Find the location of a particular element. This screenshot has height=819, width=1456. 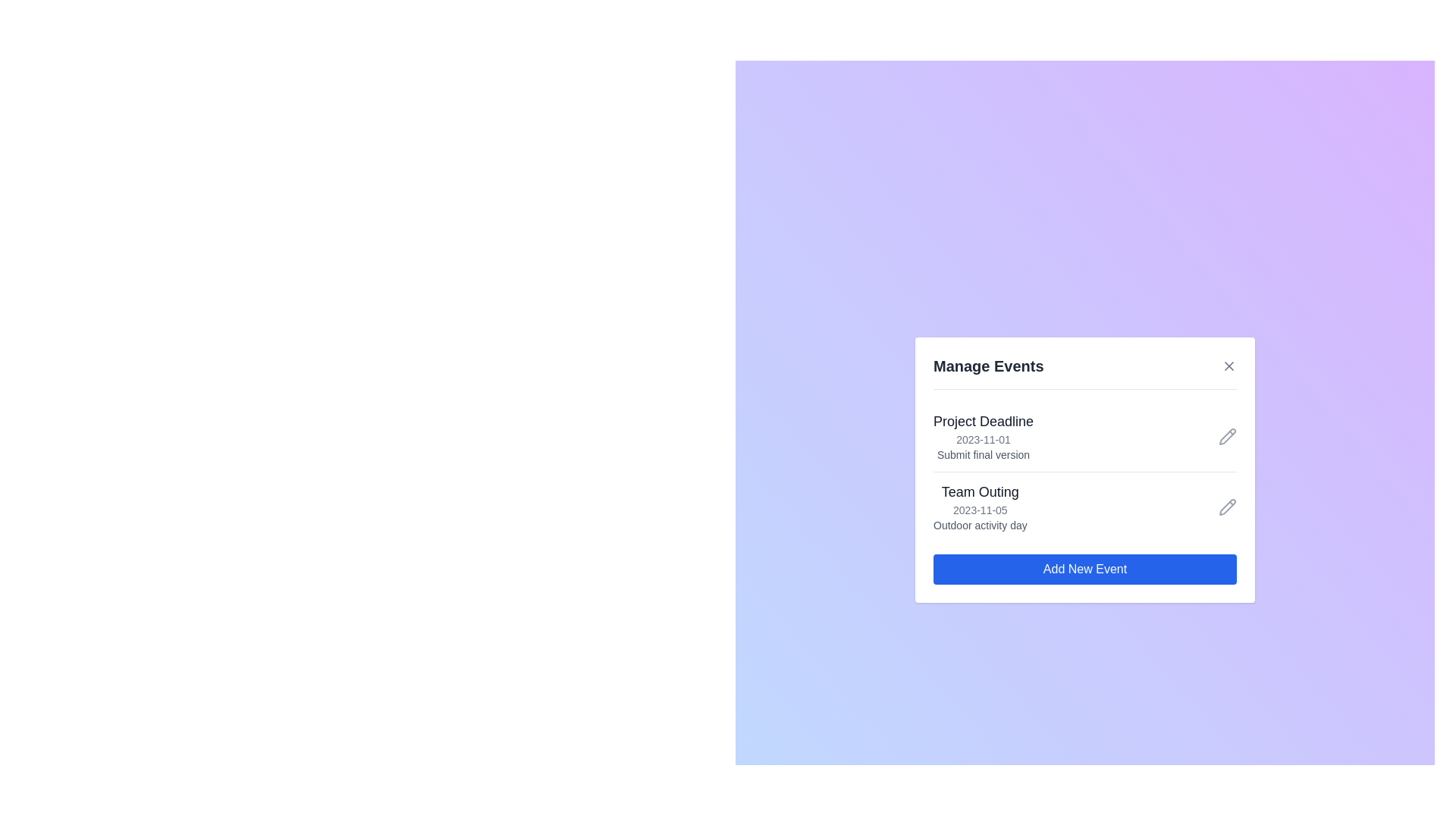

the edit icon for the event titled 'Team Outing' is located at coordinates (1227, 507).